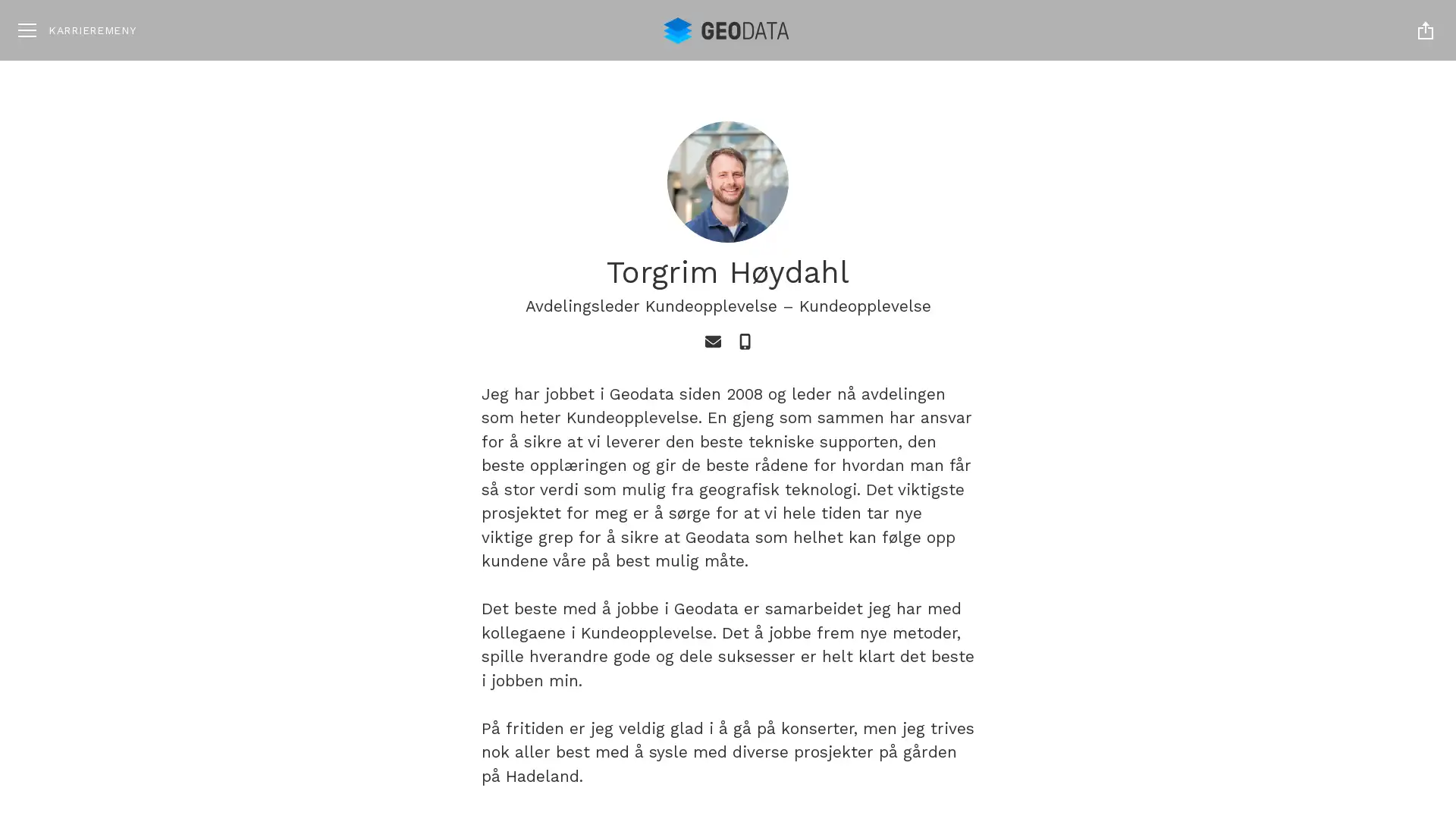 The height and width of the screenshot is (819, 1456). I want to click on Preferanser for informasjonskapsler, so click(1282, 736).